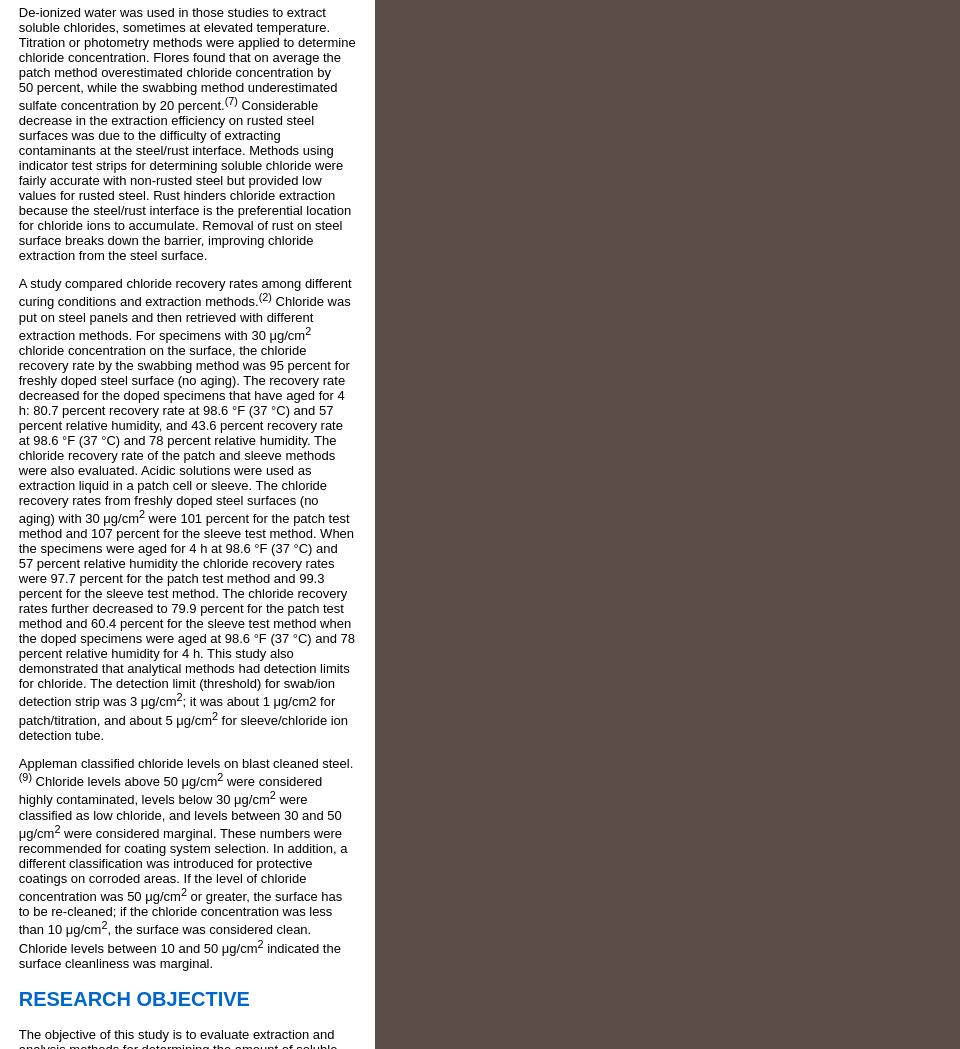 Image resolution: width=960 pixels, height=1049 pixels. I want to click on 'chloride concentration on the surface, the  chloride recovery rate by the swabbing method was 95 percent for freshly doped steel  surface (no aging). The recovery rate decreased for the doped specimens that  have aged for 4 h: 80.7 percent recovery rate at 98.6 °F (37 °C) and 57 percent  relative humidity, and 43.6 percent recovery rate at 98.6 °F (37 °C) and 78  percent relative humidity. The chloride recovery rate of the patch and sleeve  methods were also evaluated. Acidic solutions were used as extraction liquid in  a patch cell or sleeve. The chloride recovery rates from freshly doped steel  surfaces (no aging) with 30 μg/cm', so click(16, 433).